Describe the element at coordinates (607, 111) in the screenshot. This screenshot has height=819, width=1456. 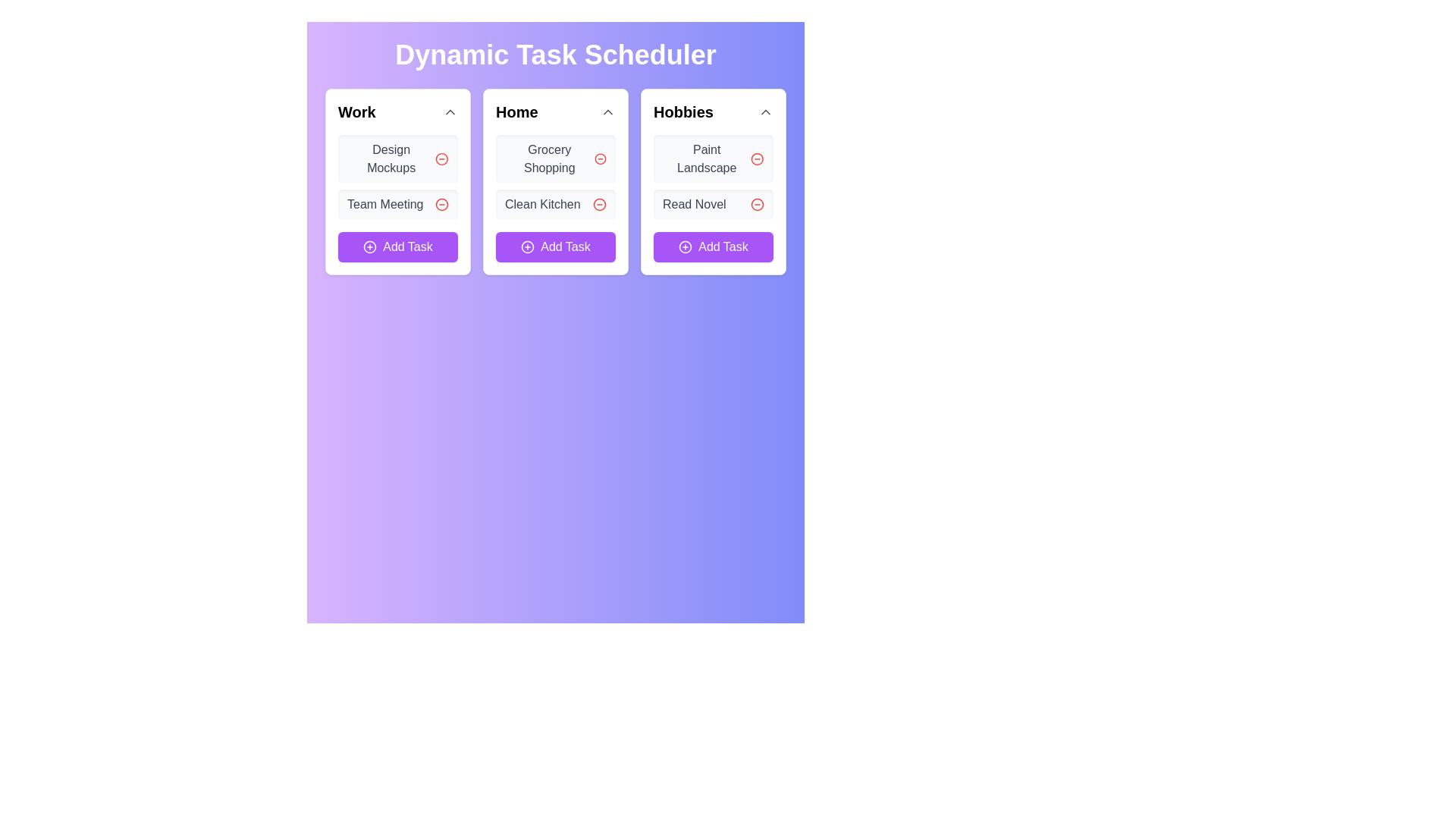
I see `the small, interactive chevron-up icon in the top-right corner of the 'Home' card header` at that location.